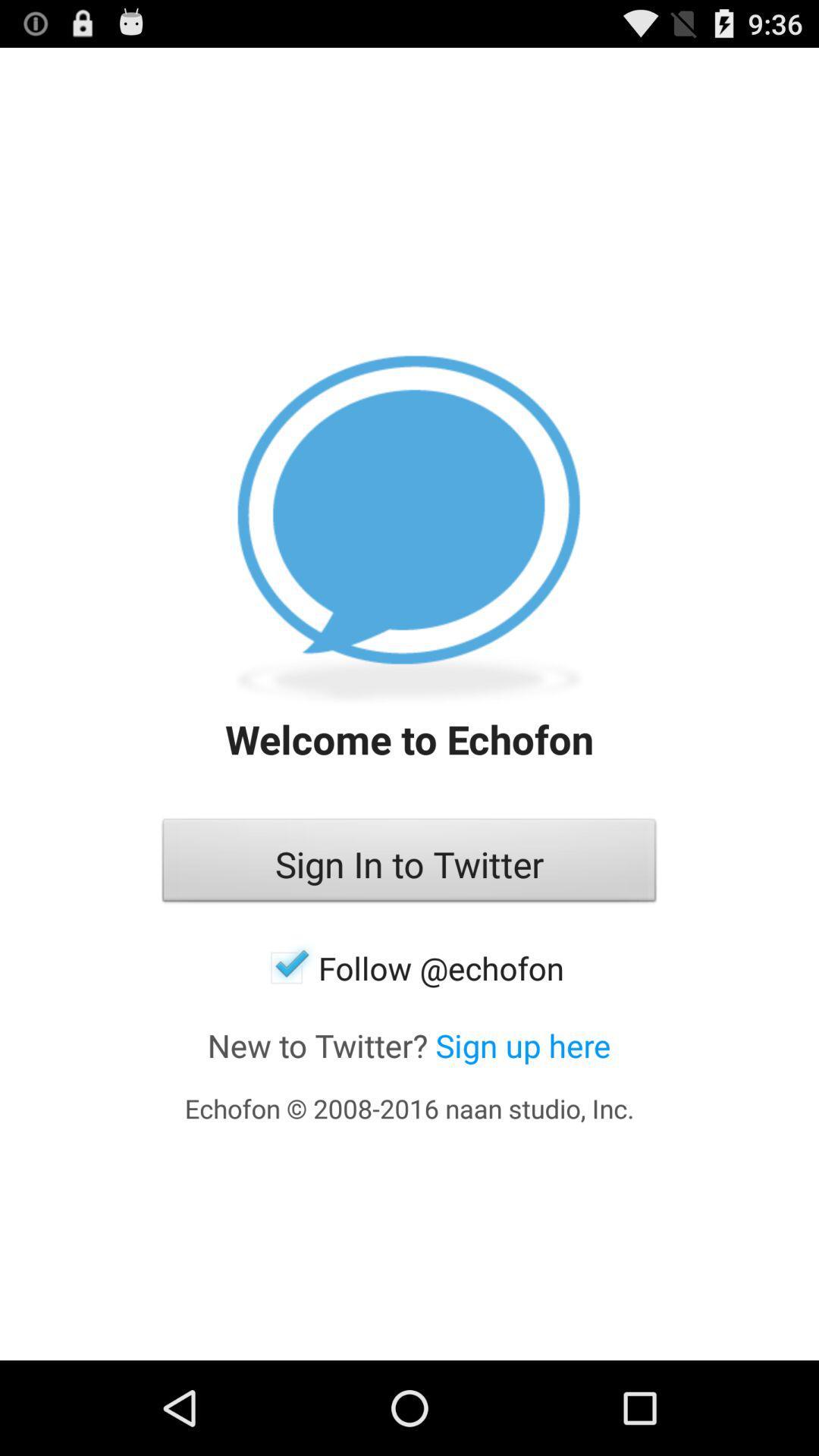  What do you see at coordinates (409, 967) in the screenshot?
I see `the button below sign in to` at bounding box center [409, 967].